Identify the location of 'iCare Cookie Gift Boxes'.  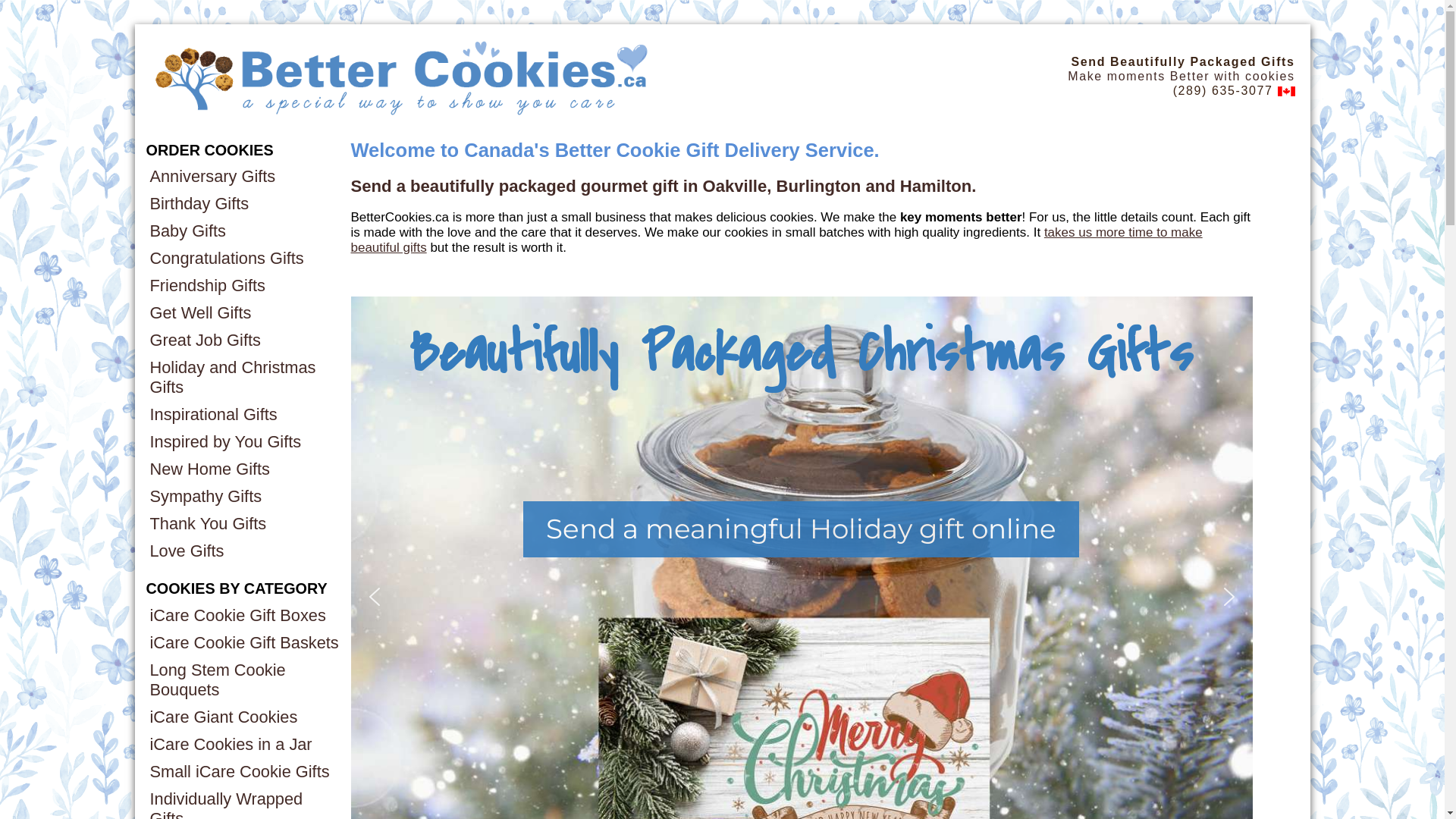
(243, 616).